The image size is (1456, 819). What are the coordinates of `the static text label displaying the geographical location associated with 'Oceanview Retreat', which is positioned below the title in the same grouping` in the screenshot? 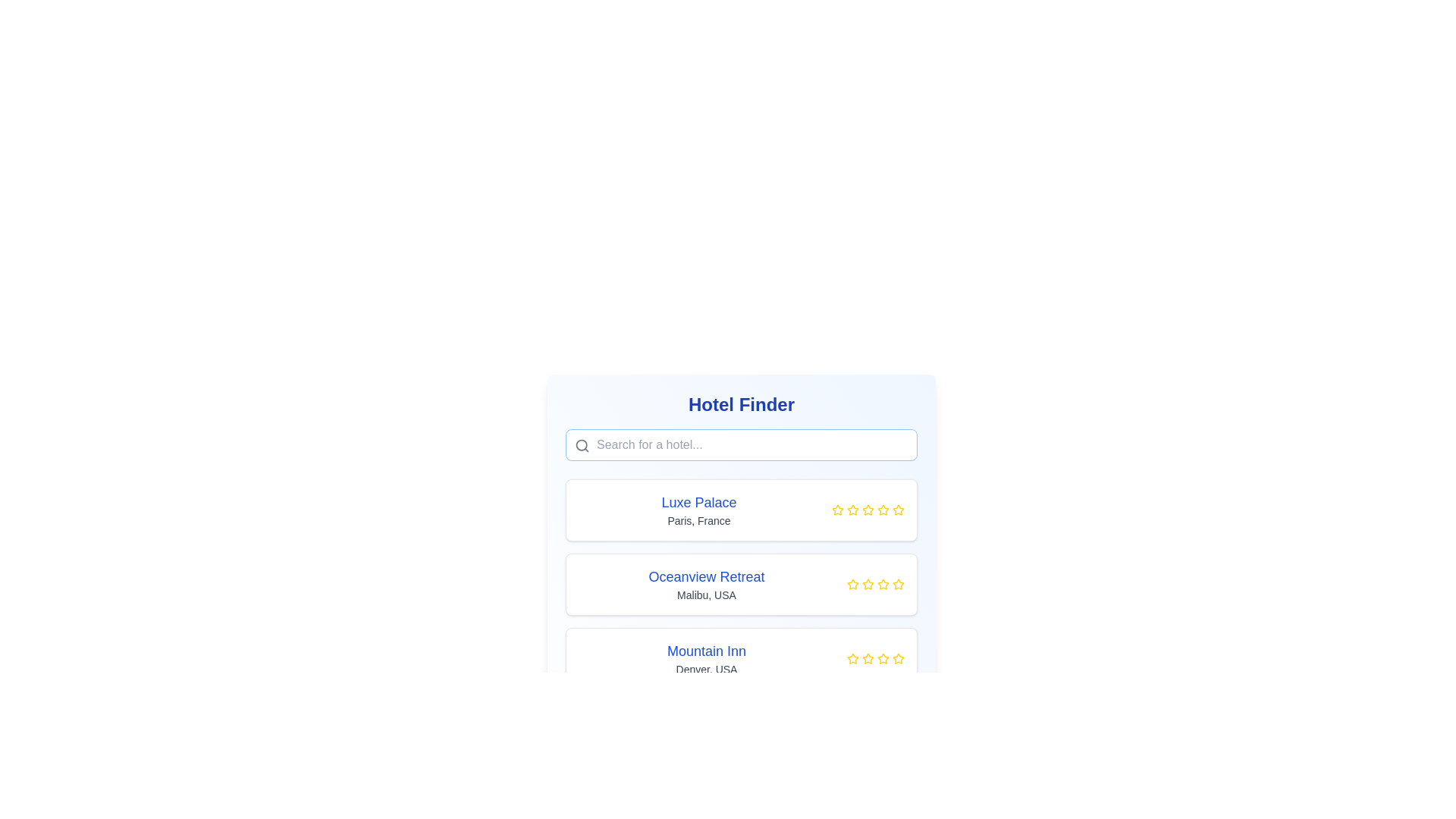 It's located at (705, 595).